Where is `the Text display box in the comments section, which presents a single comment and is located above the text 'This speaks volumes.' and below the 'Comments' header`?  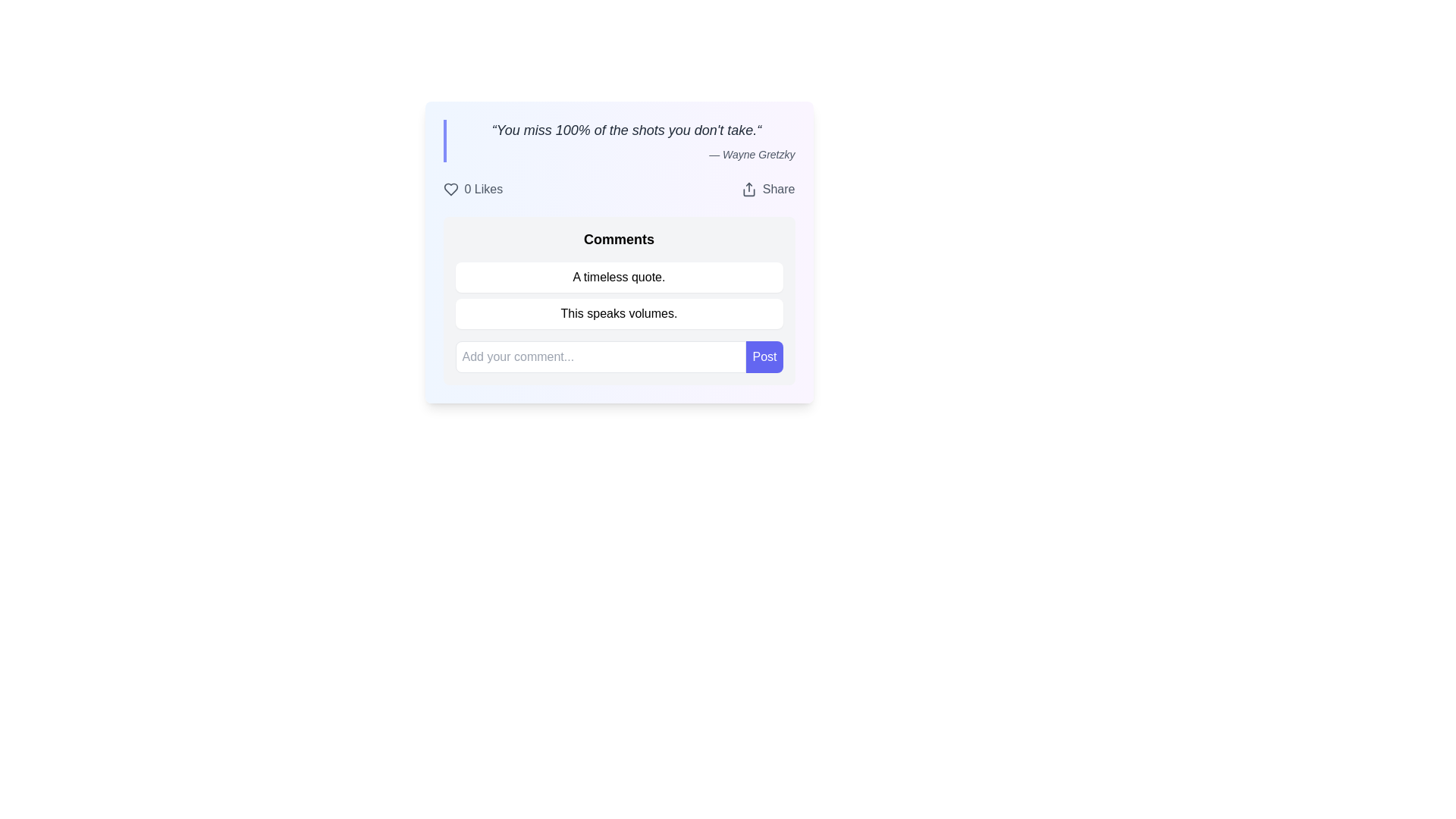 the Text display box in the comments section, which presents a single comment and is located above the text 'This speaks volumes.' and below the 'Comments' header is located at coordinates (619, 278).